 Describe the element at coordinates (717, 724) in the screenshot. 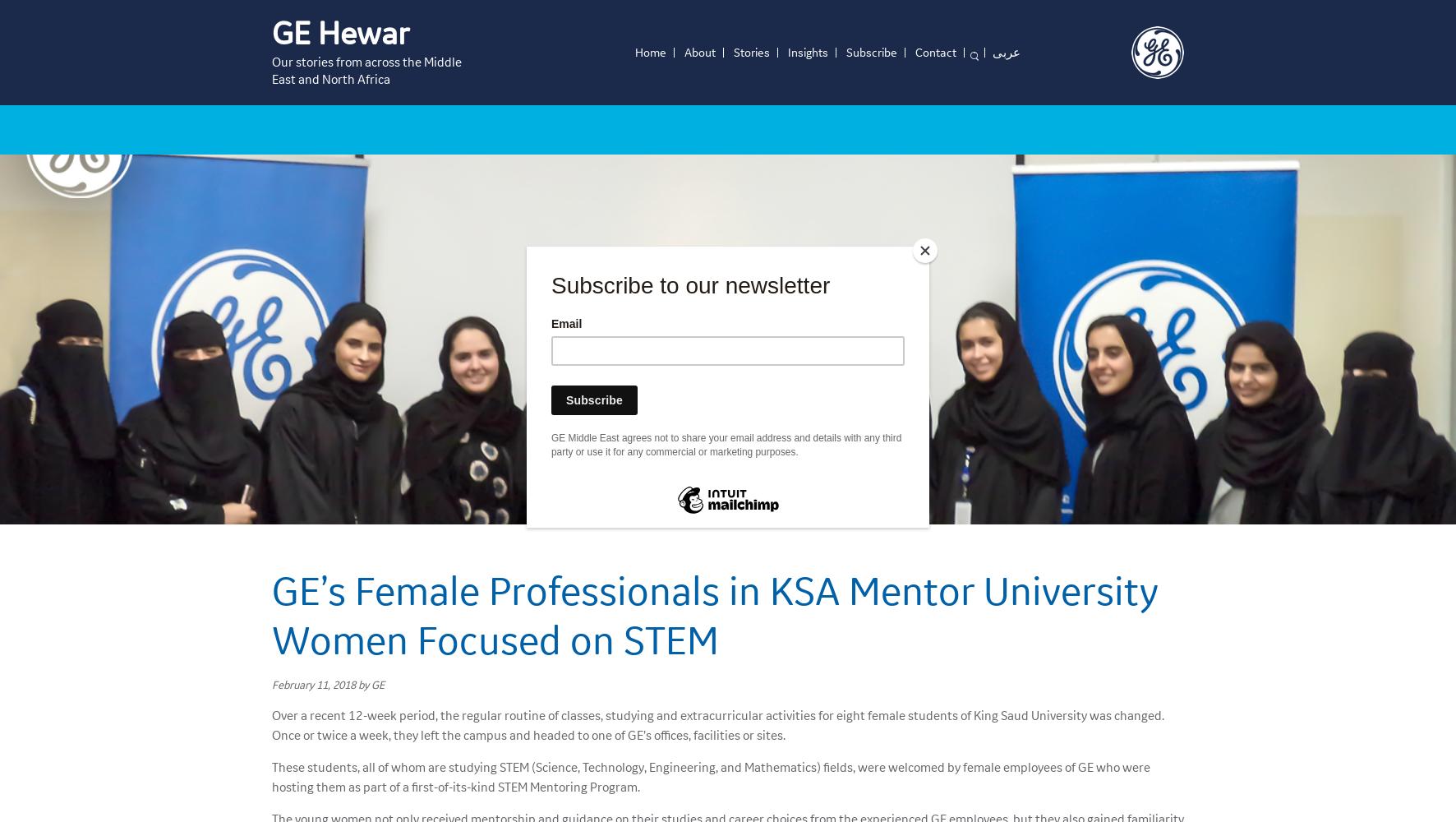

I see `'Over a recent 12-week period, the regular routine of classes, studying and extracurricular activities for eight female students of King Saud University was changed. Once or twice a week, they left the campus and headed to one of GE’s offices, facilities or sites.'` at that location.